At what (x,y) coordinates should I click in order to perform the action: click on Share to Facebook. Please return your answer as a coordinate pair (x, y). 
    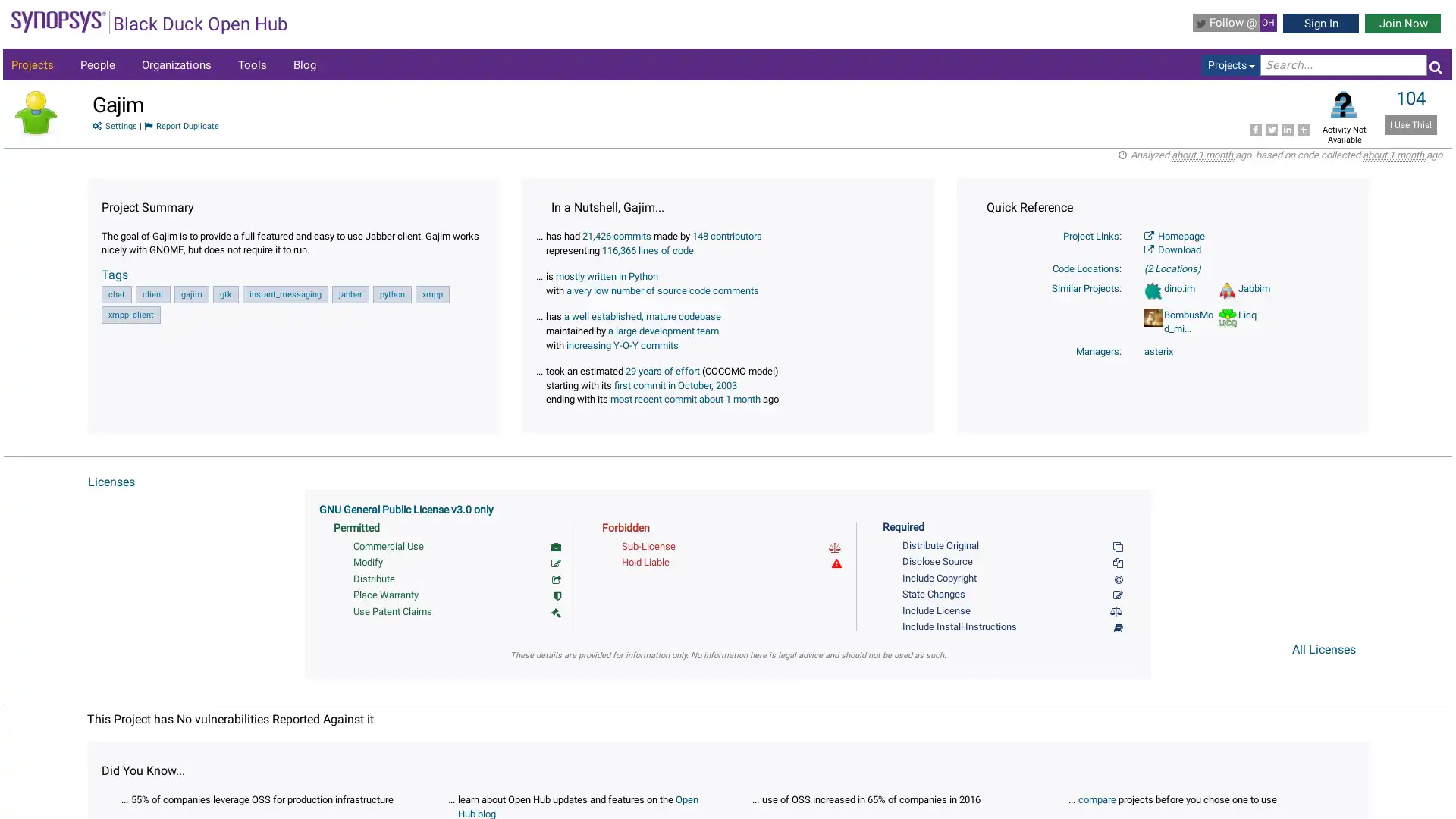
    Looking at the image, I should click on (1255, 128).